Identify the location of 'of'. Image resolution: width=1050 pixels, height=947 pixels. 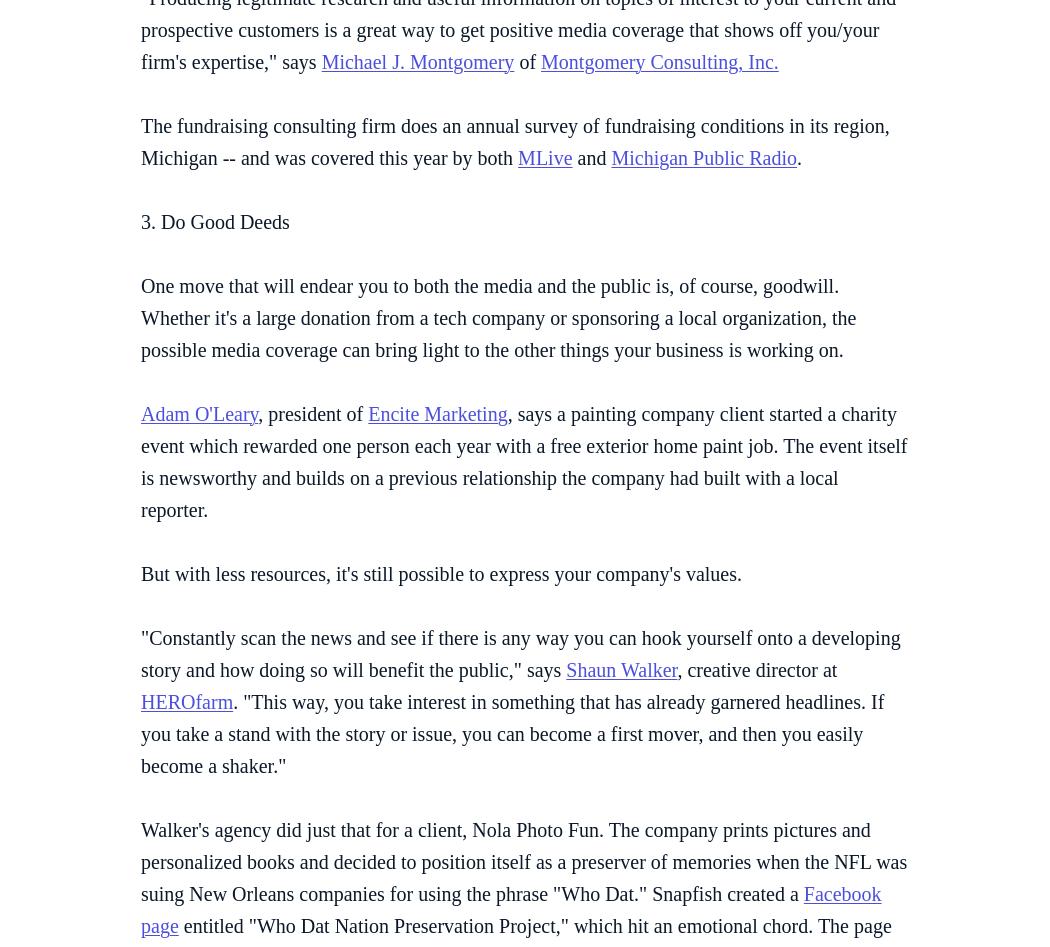
(527, 60).